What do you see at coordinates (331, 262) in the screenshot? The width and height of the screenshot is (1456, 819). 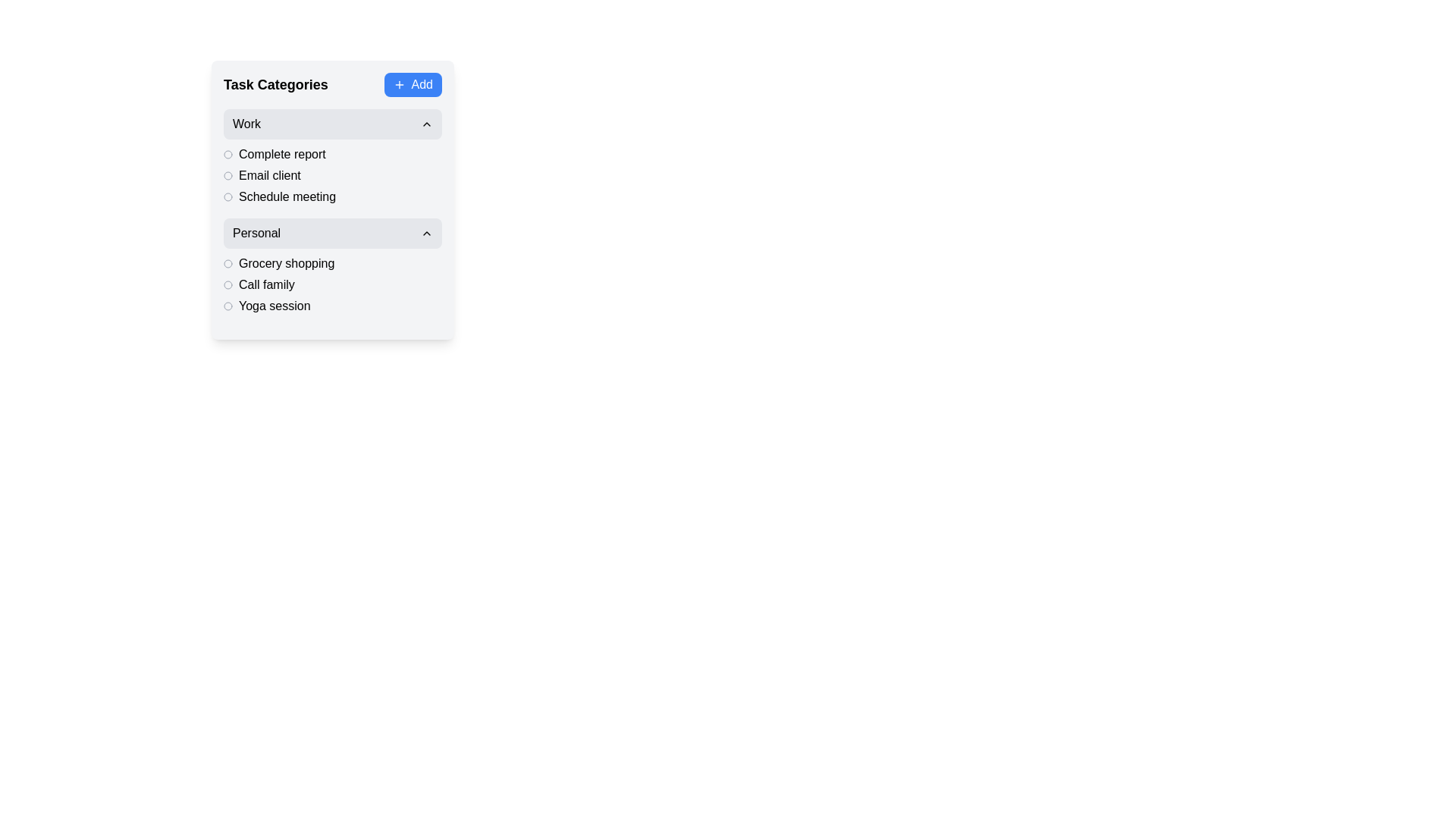 I see `the first task item in the 'Personal' category of the 'Task Categories' list` at bounding box center [331, 262].